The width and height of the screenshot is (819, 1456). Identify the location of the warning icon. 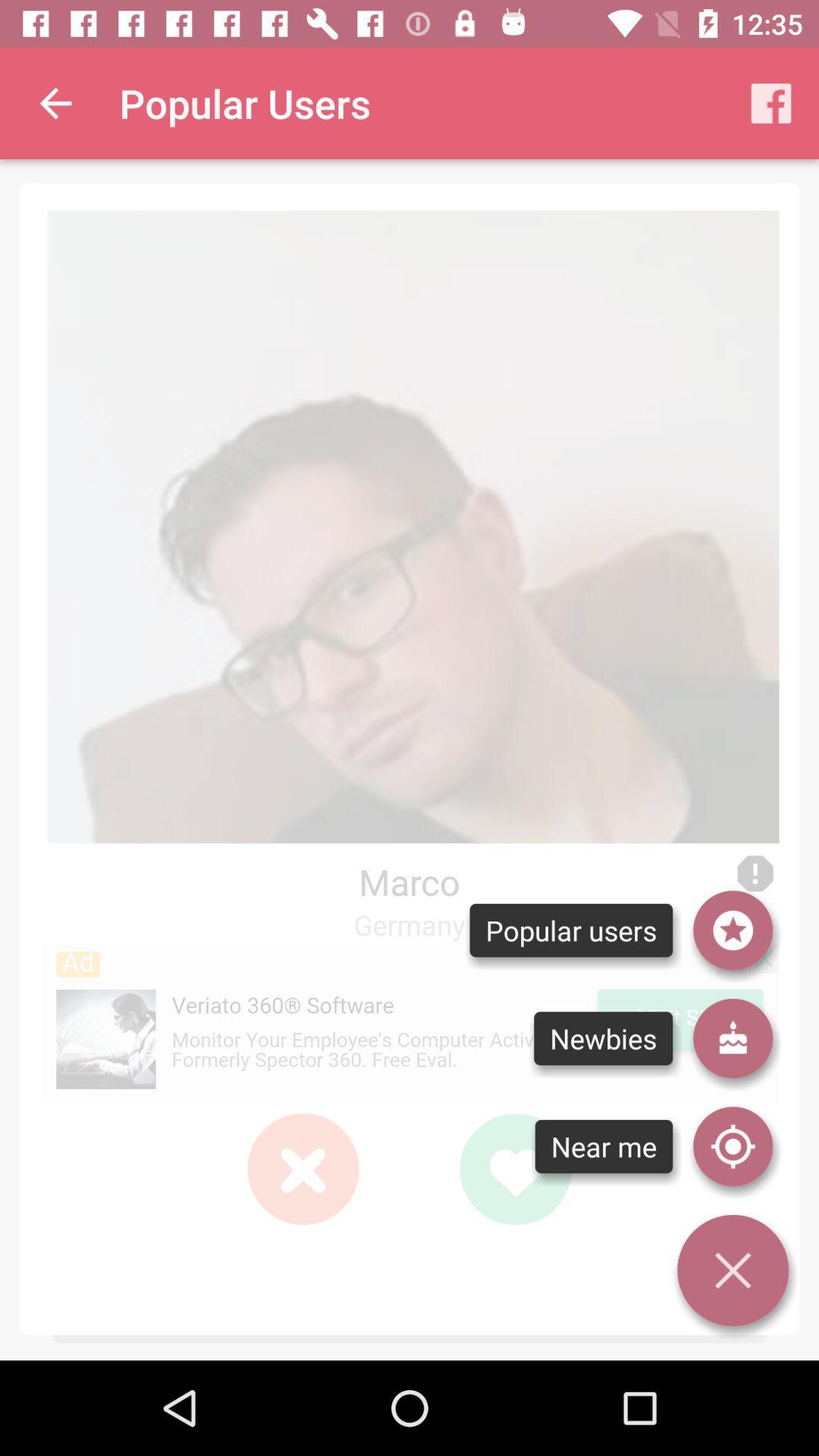
(755, 874).